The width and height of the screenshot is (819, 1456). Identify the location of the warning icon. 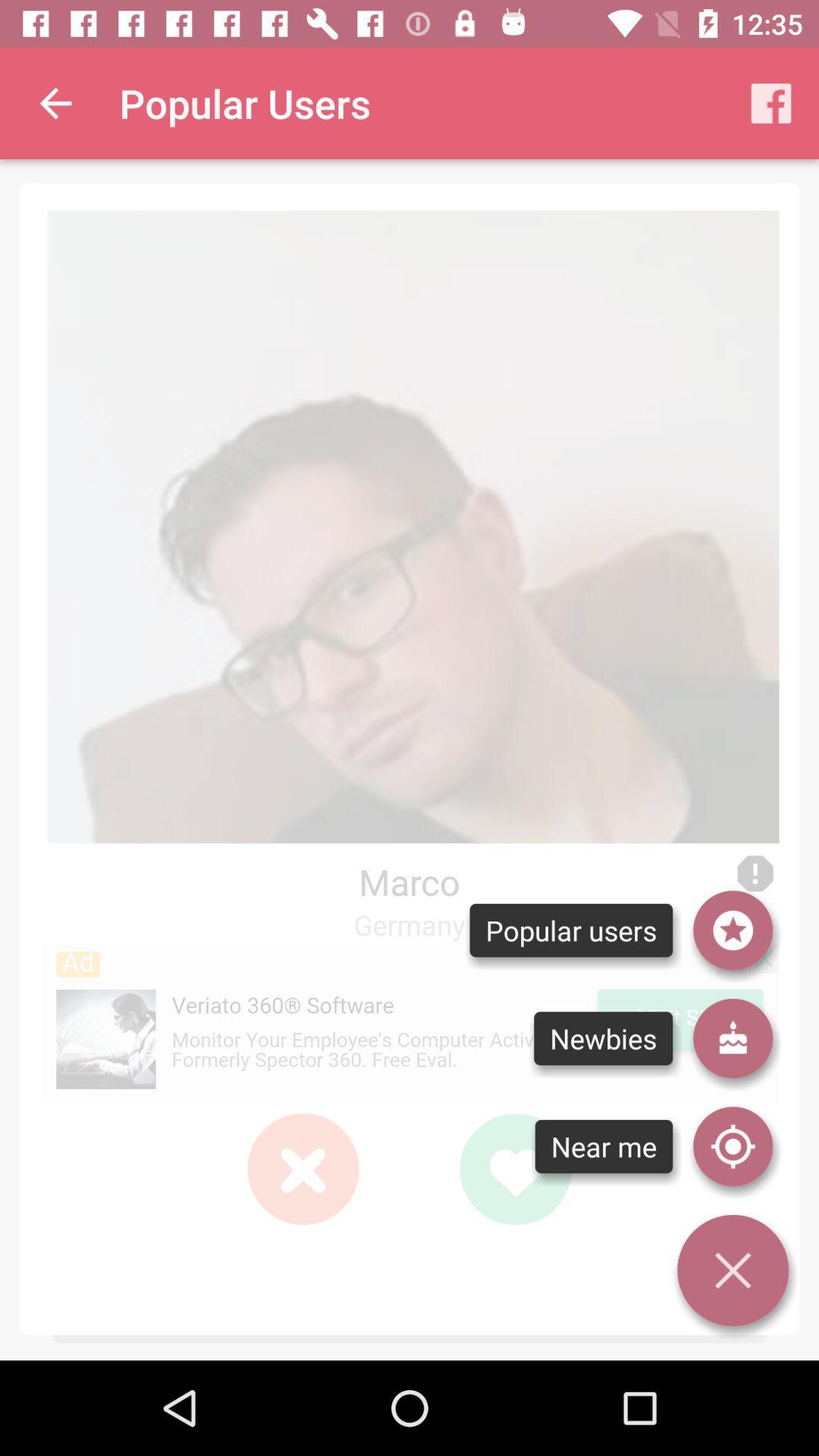
(755, 874).